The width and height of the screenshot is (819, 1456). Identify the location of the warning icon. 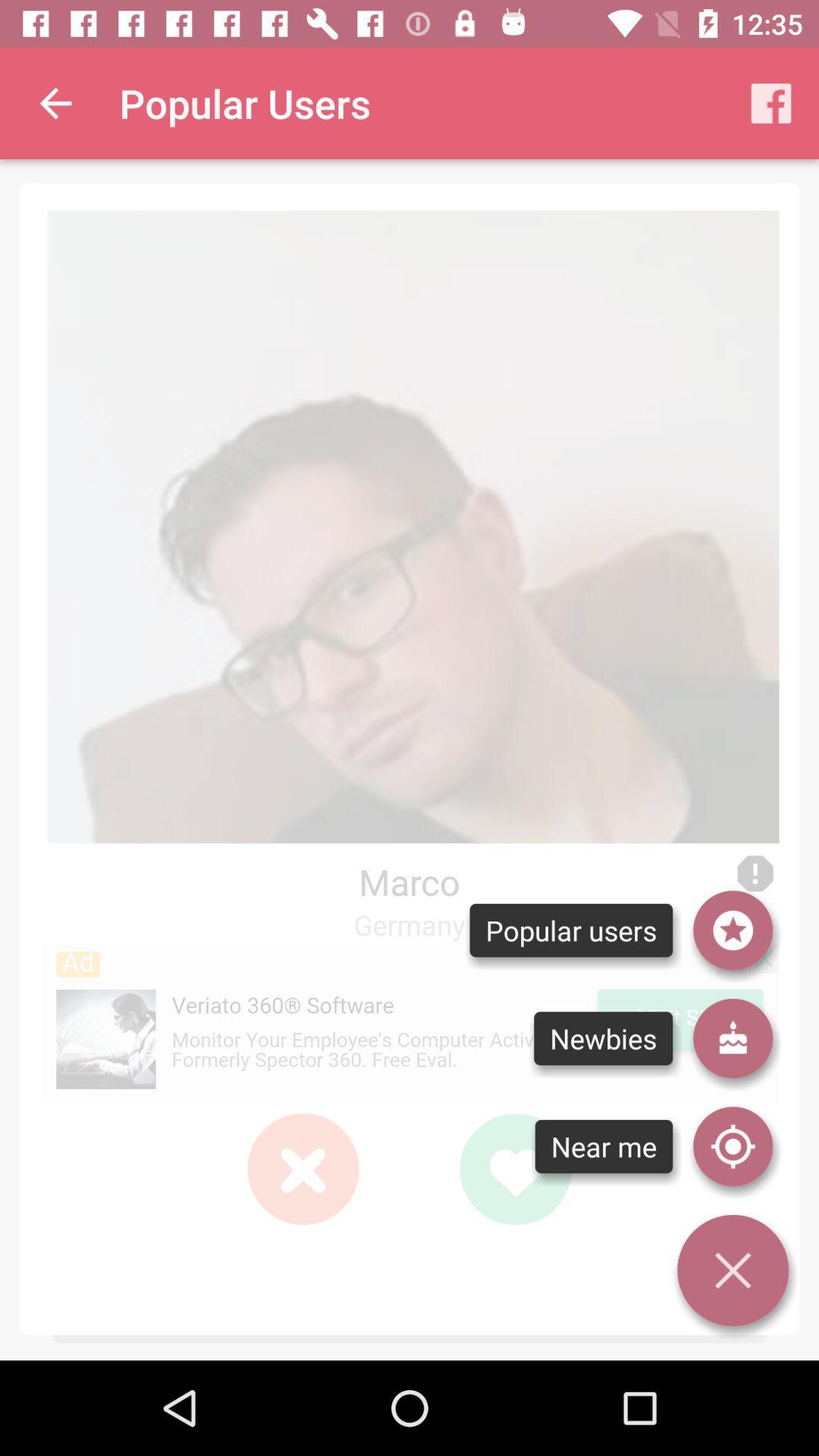
(755, 874).